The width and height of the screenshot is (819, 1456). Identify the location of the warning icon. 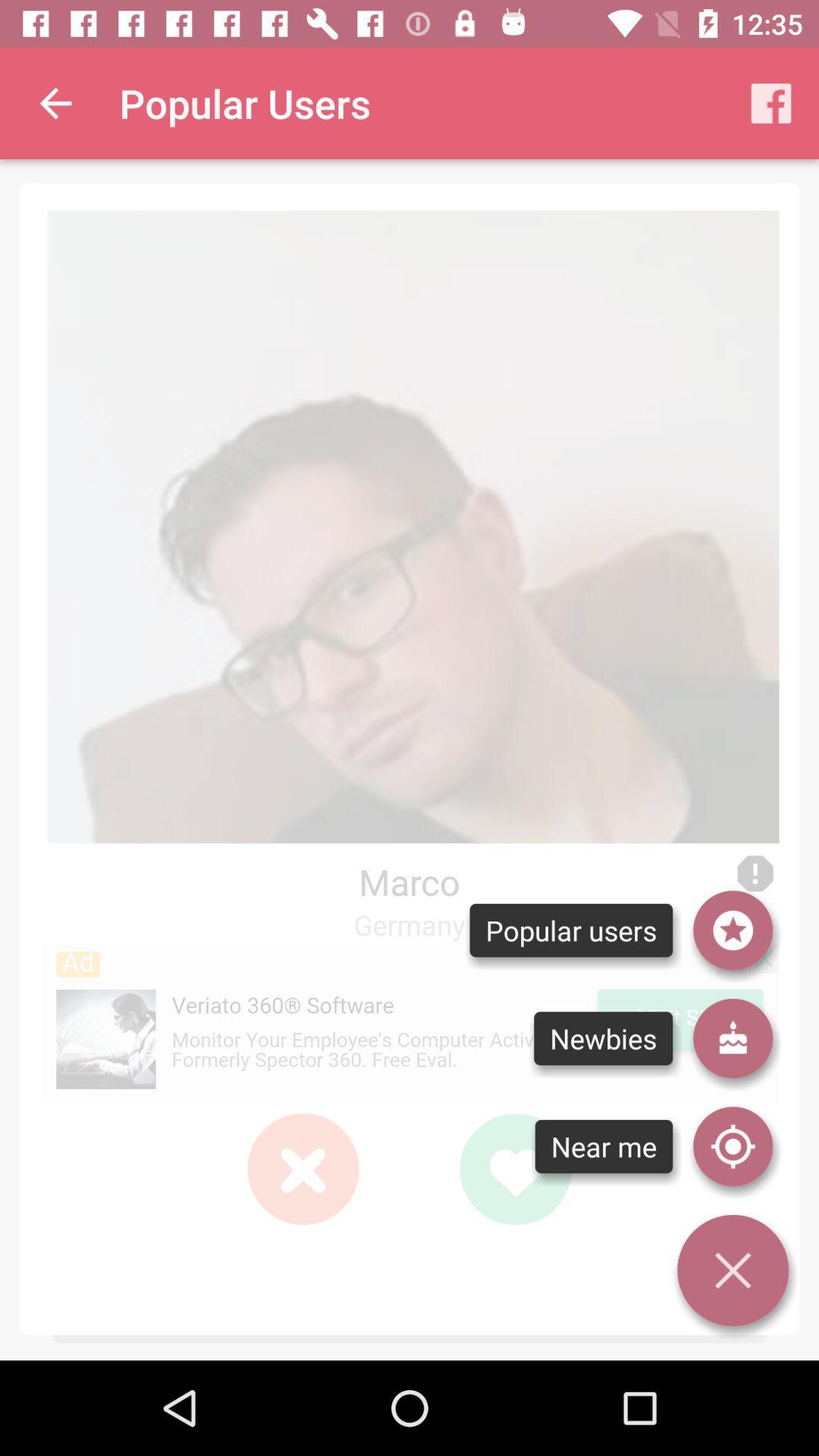
(755, 874).